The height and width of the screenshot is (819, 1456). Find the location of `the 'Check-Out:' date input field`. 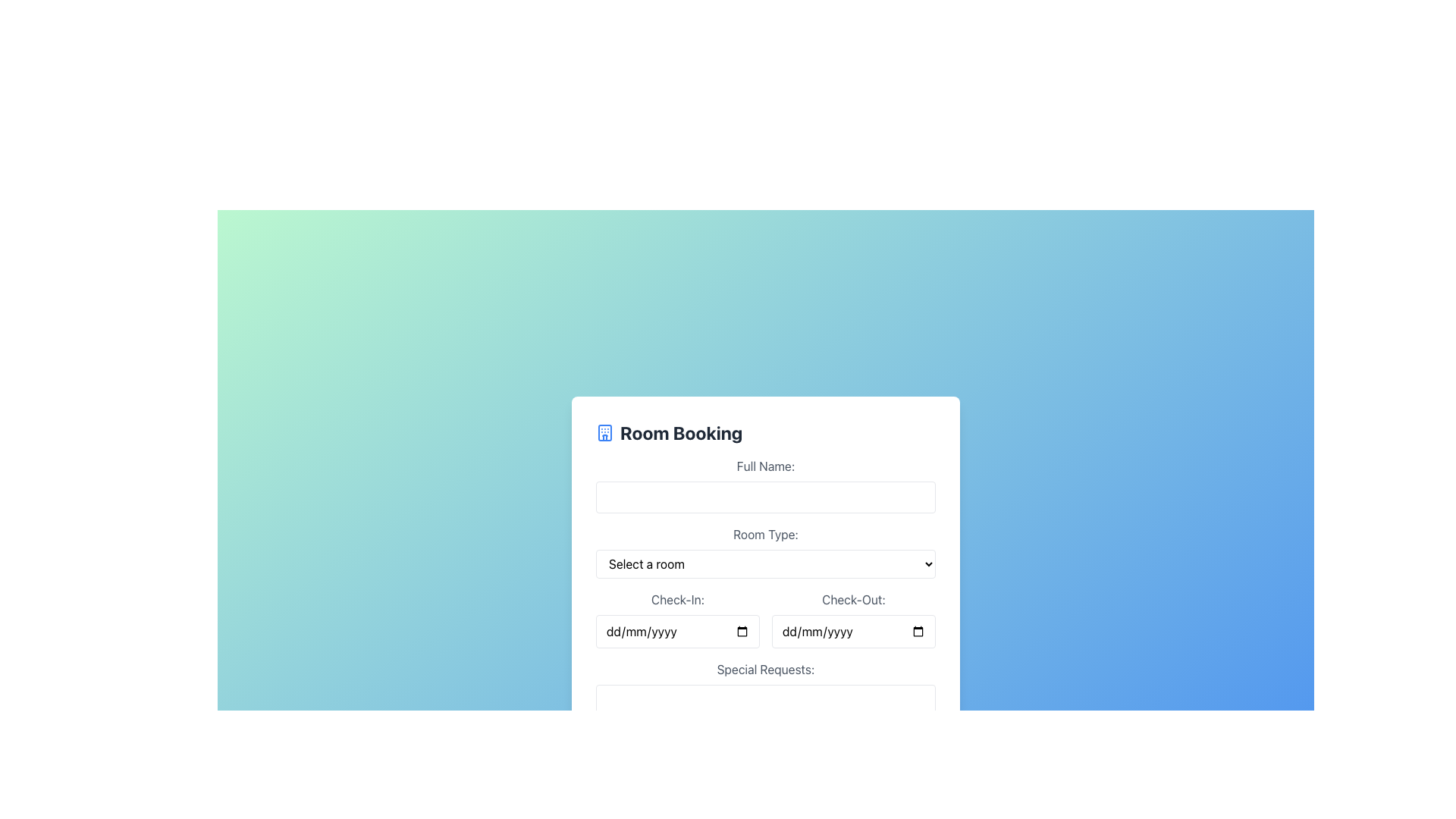

the 'Check-Out:' date input field is located at coordinates (854, 632).